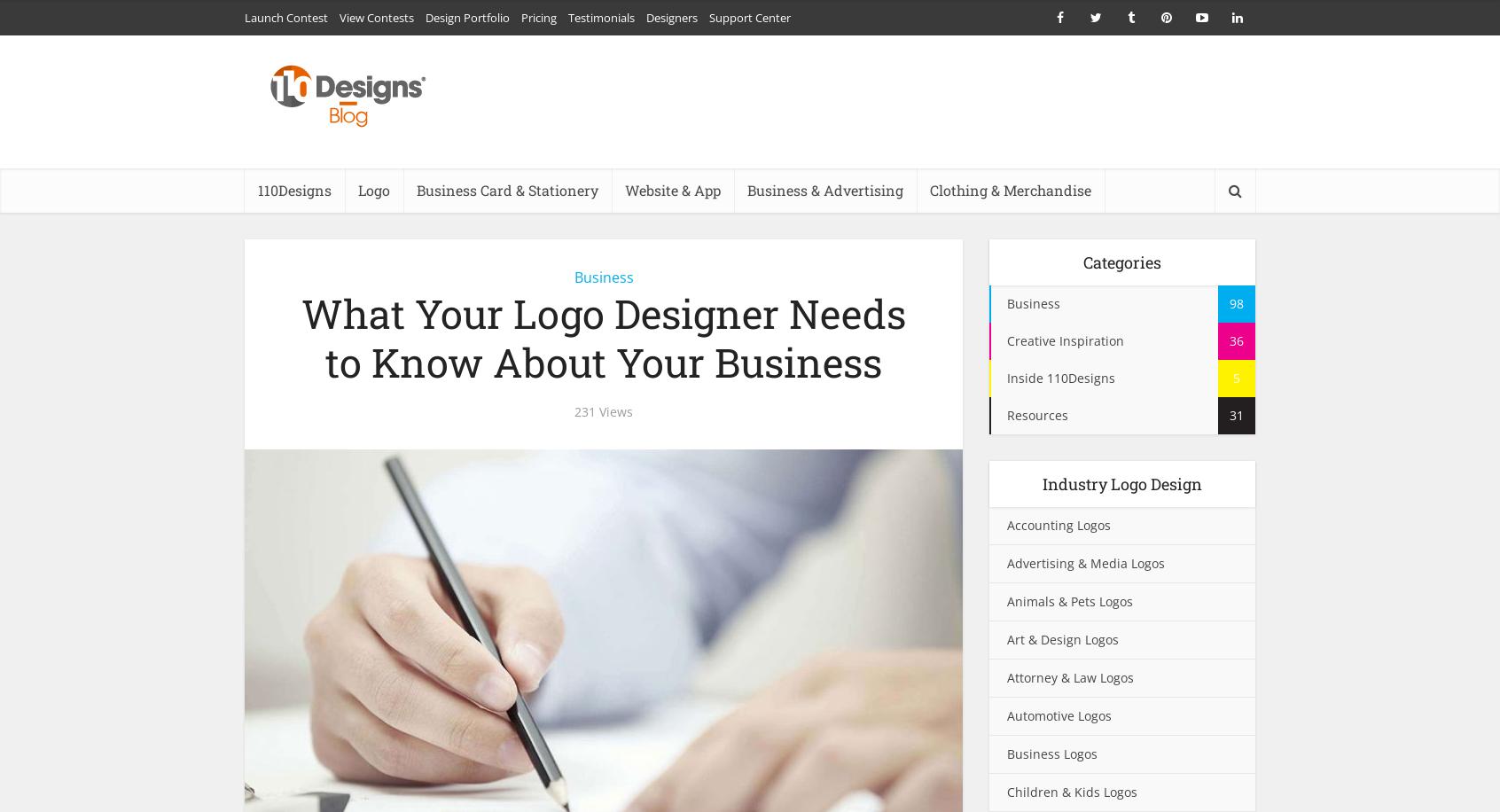  I want to click on 'Business Card & Stationery', so click(506, 189).